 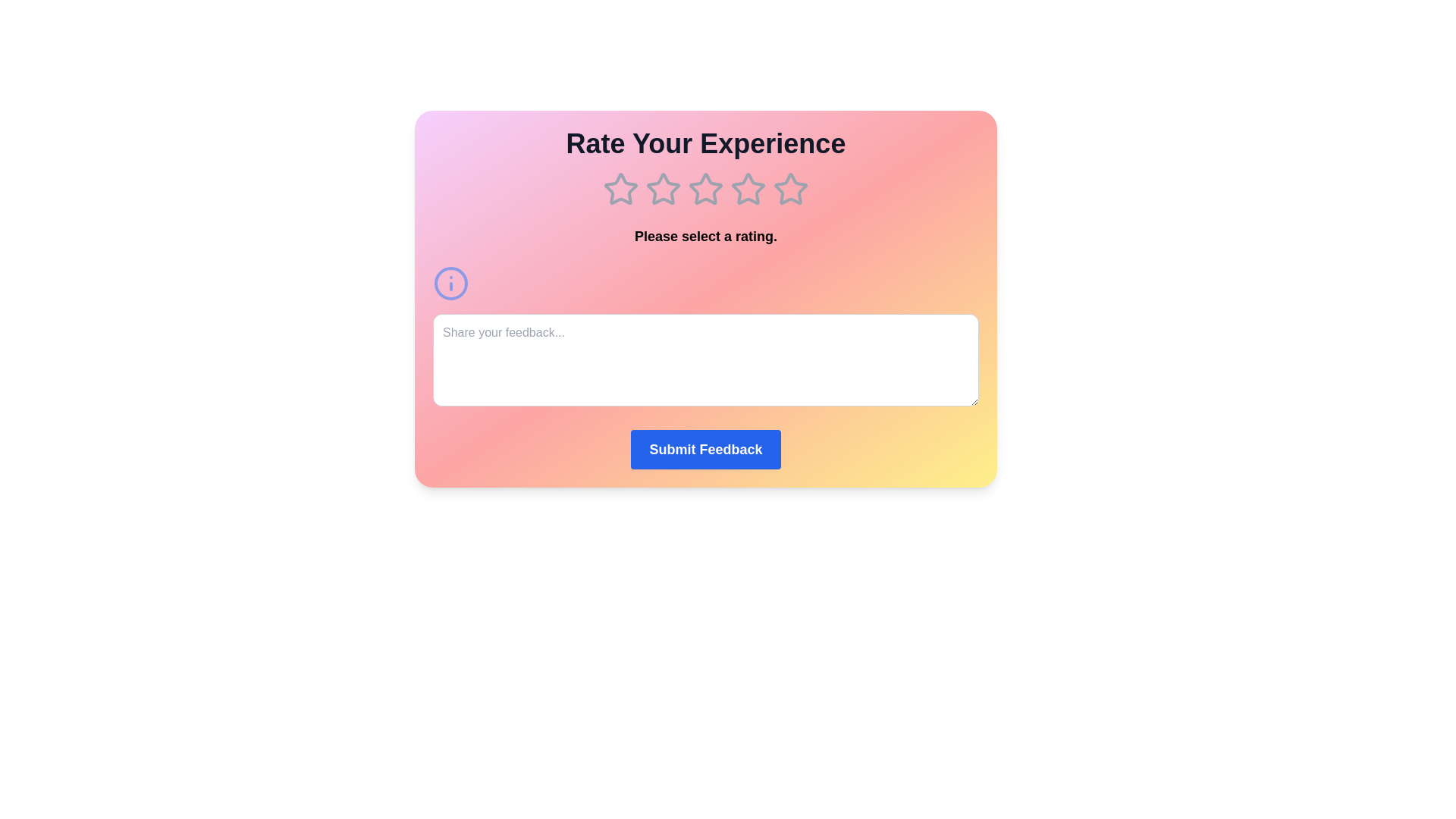 I want to click on the 3 star in the rating component, so click(x=705, y=189).